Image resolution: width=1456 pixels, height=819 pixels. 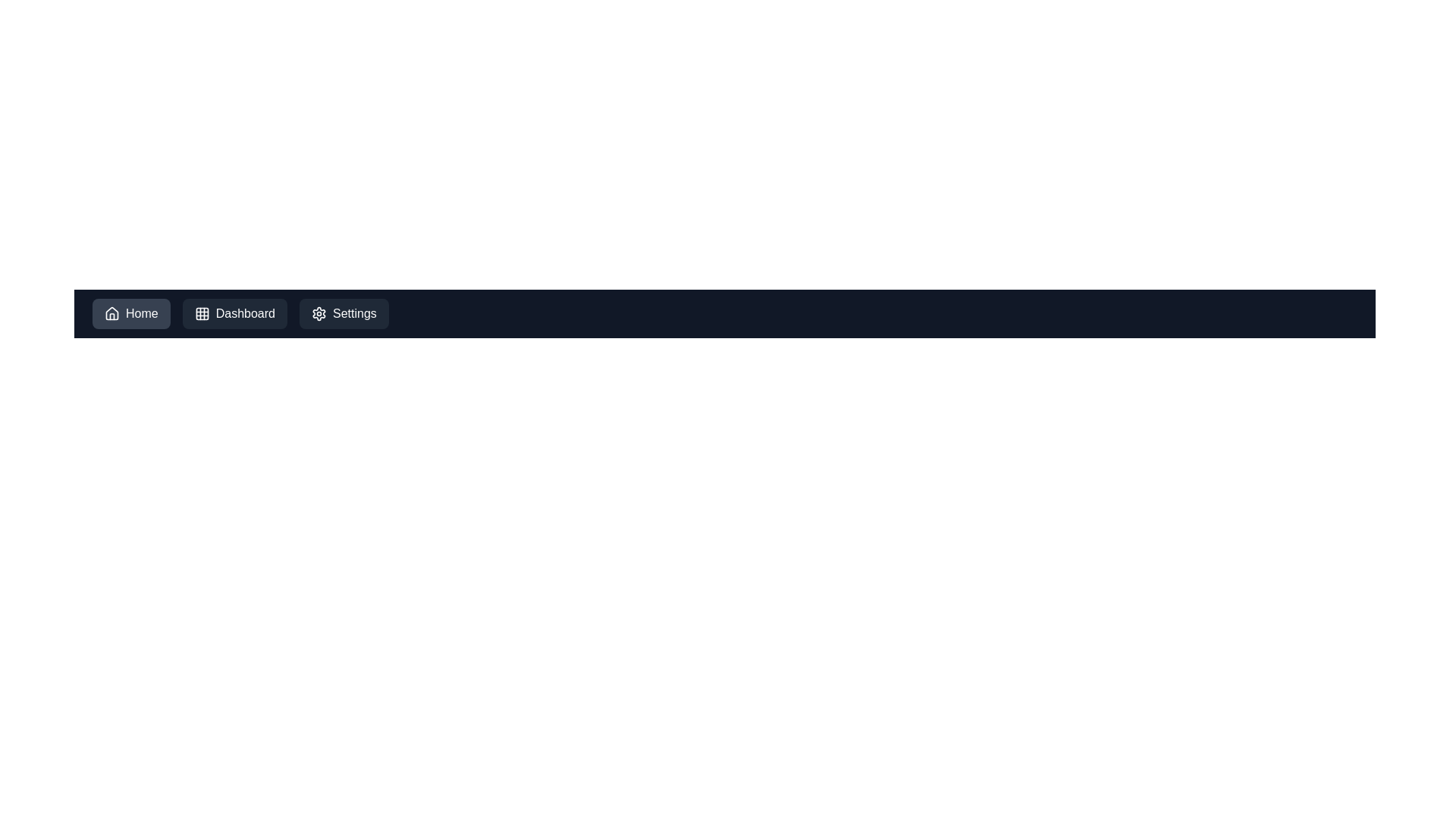 I want to click on the settings icon that resembles a mechanical gear, positioned to the left of the 'Settings' text label in the navigation bar, so click(x=318, y=312).